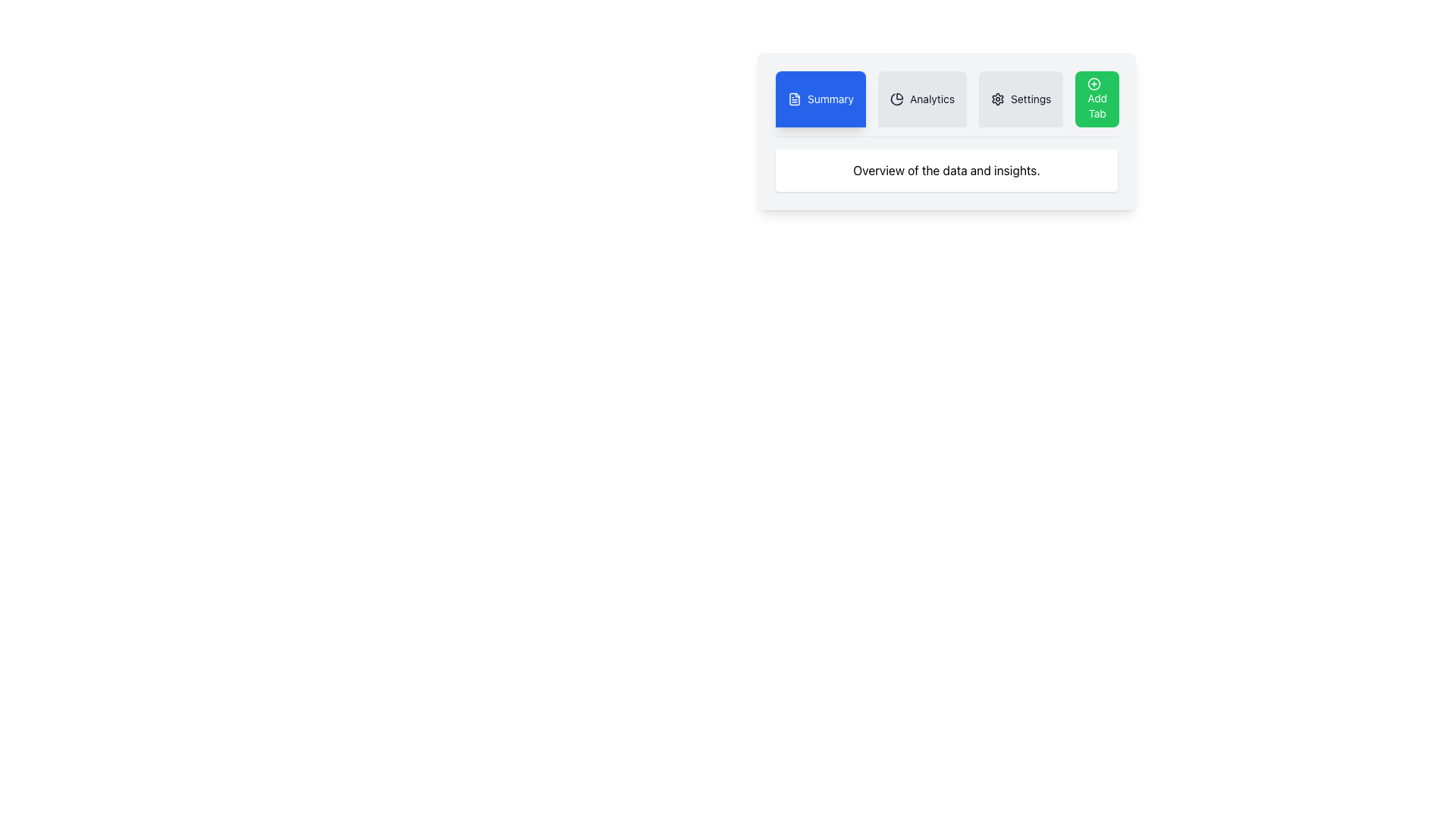  What do you see at coordinates (997, 99) in the screenshot?
I see `the 'Settings' icon located in the top-right corner of the button row` at bounding box center [997, 99].